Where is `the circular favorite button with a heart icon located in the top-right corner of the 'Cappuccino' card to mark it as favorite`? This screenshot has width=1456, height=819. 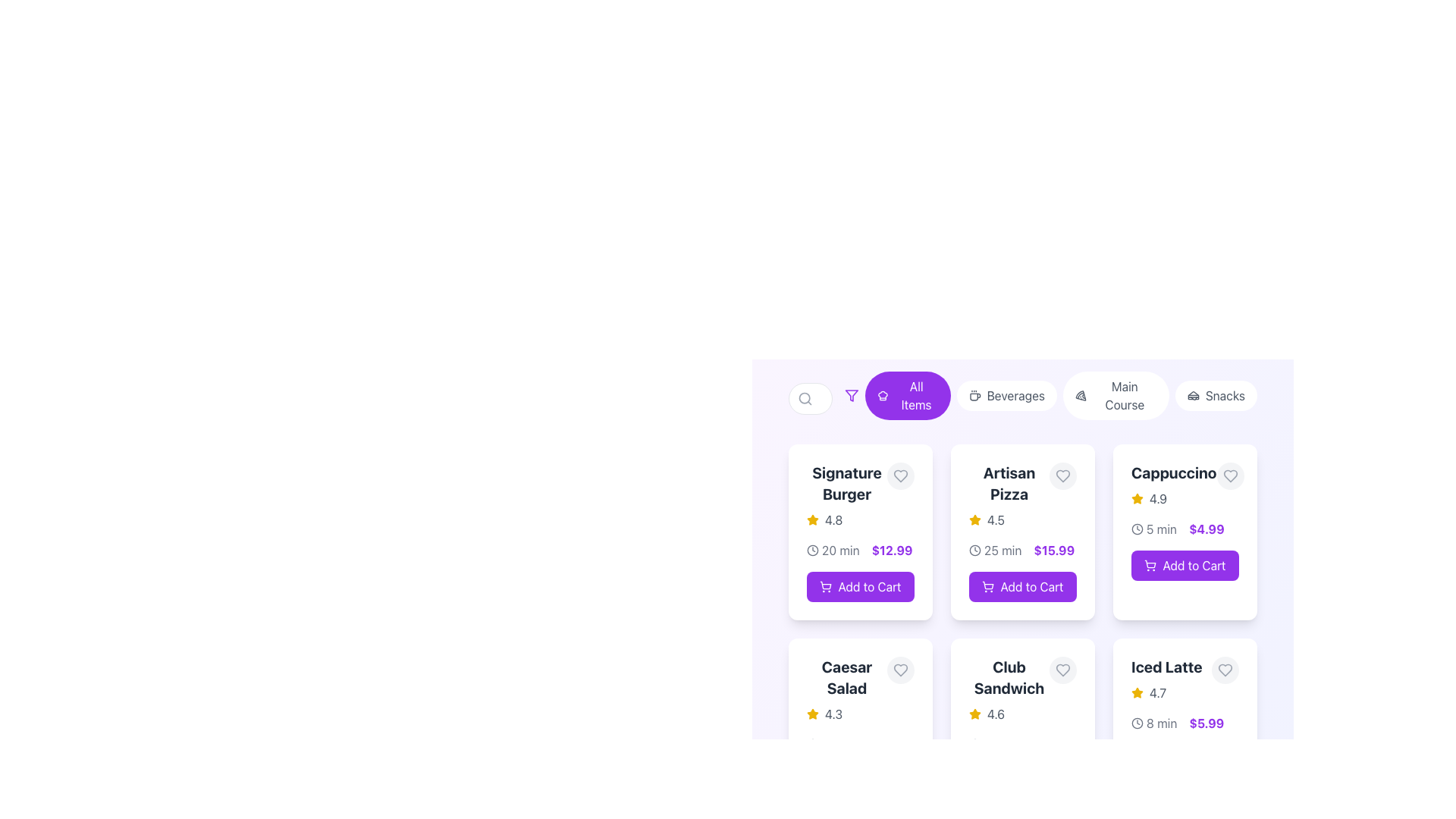
the circular favorite button with a heart icon located in the top-right corner of the 'Cappuccino' card to mark it as favorite is located at coordinates (1230, 475).